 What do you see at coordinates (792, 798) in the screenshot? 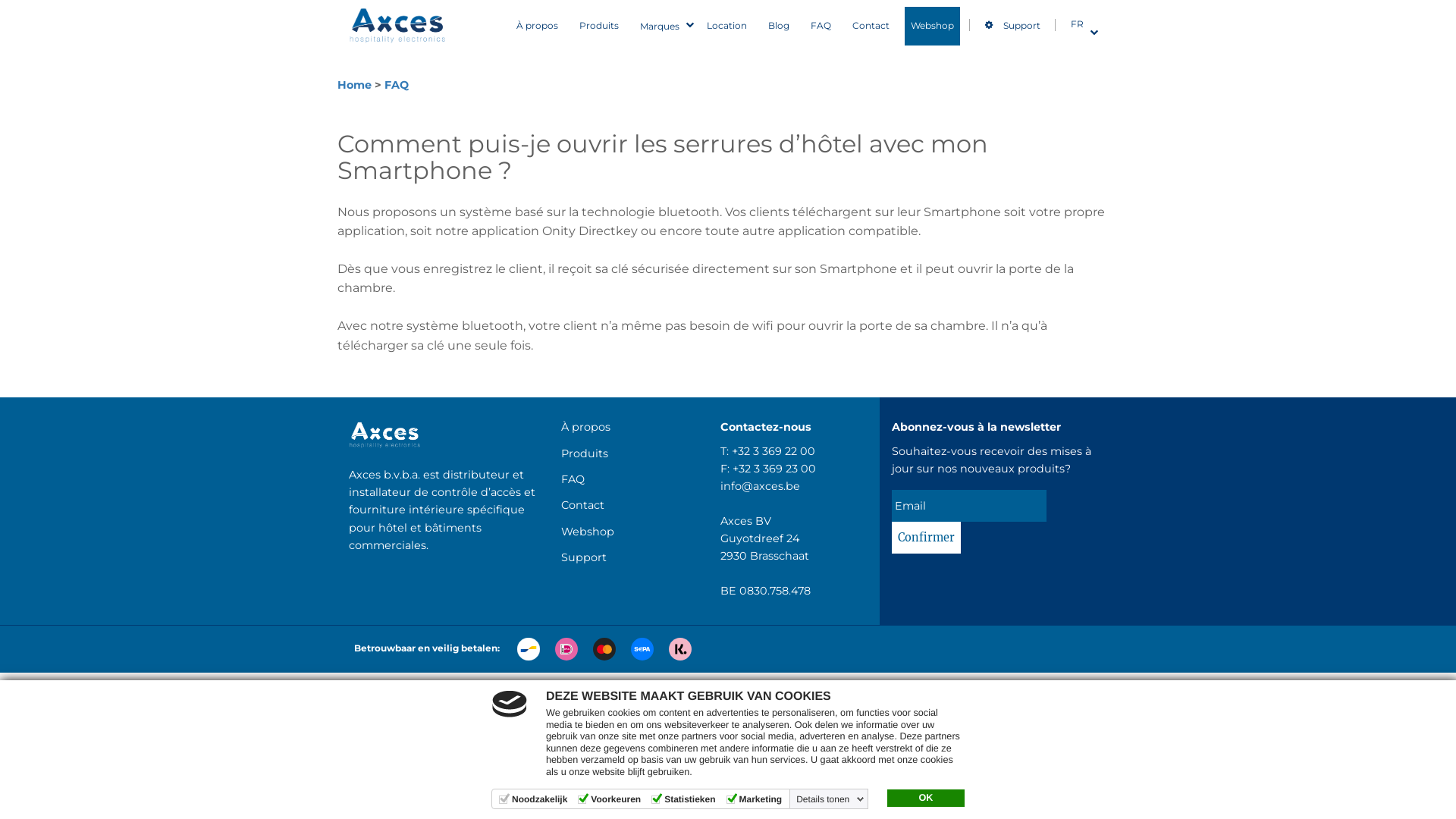
I see `'Details tonen'` at bounding box center [792, 798].